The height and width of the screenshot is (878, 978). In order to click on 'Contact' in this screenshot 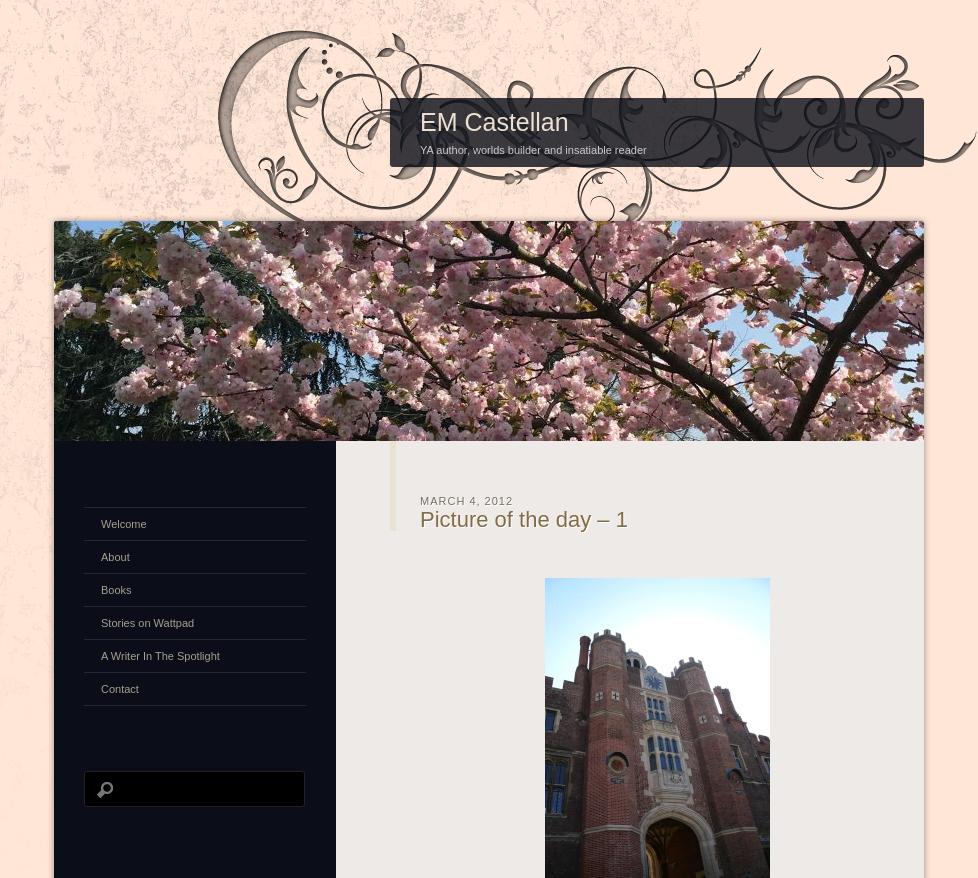, I will do `click(101, 688)`.